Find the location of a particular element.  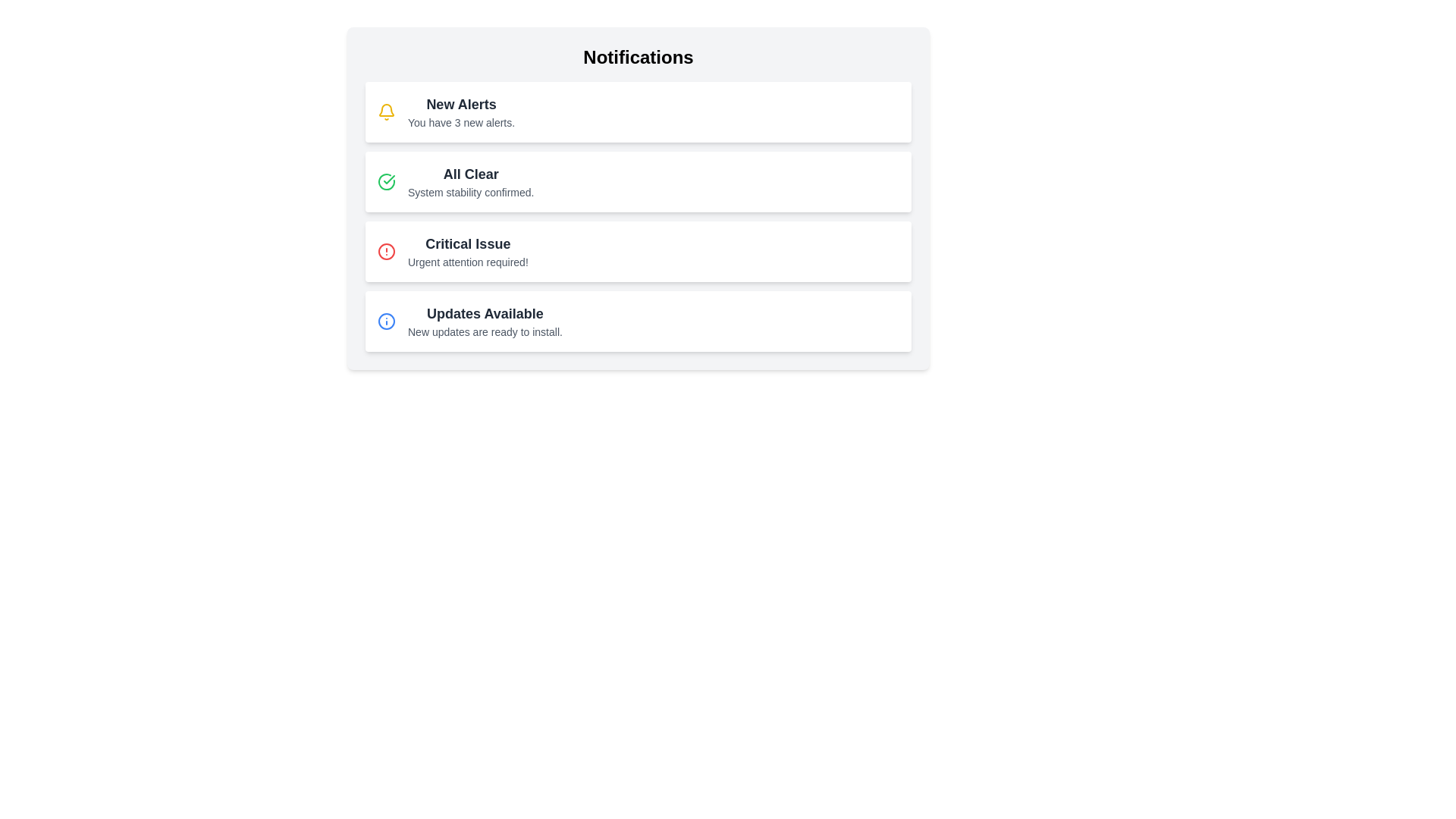

the circle icon within the 'Updates Available' notification card, which serves as an informational or alert symbol is located at coordinates (386, 321).